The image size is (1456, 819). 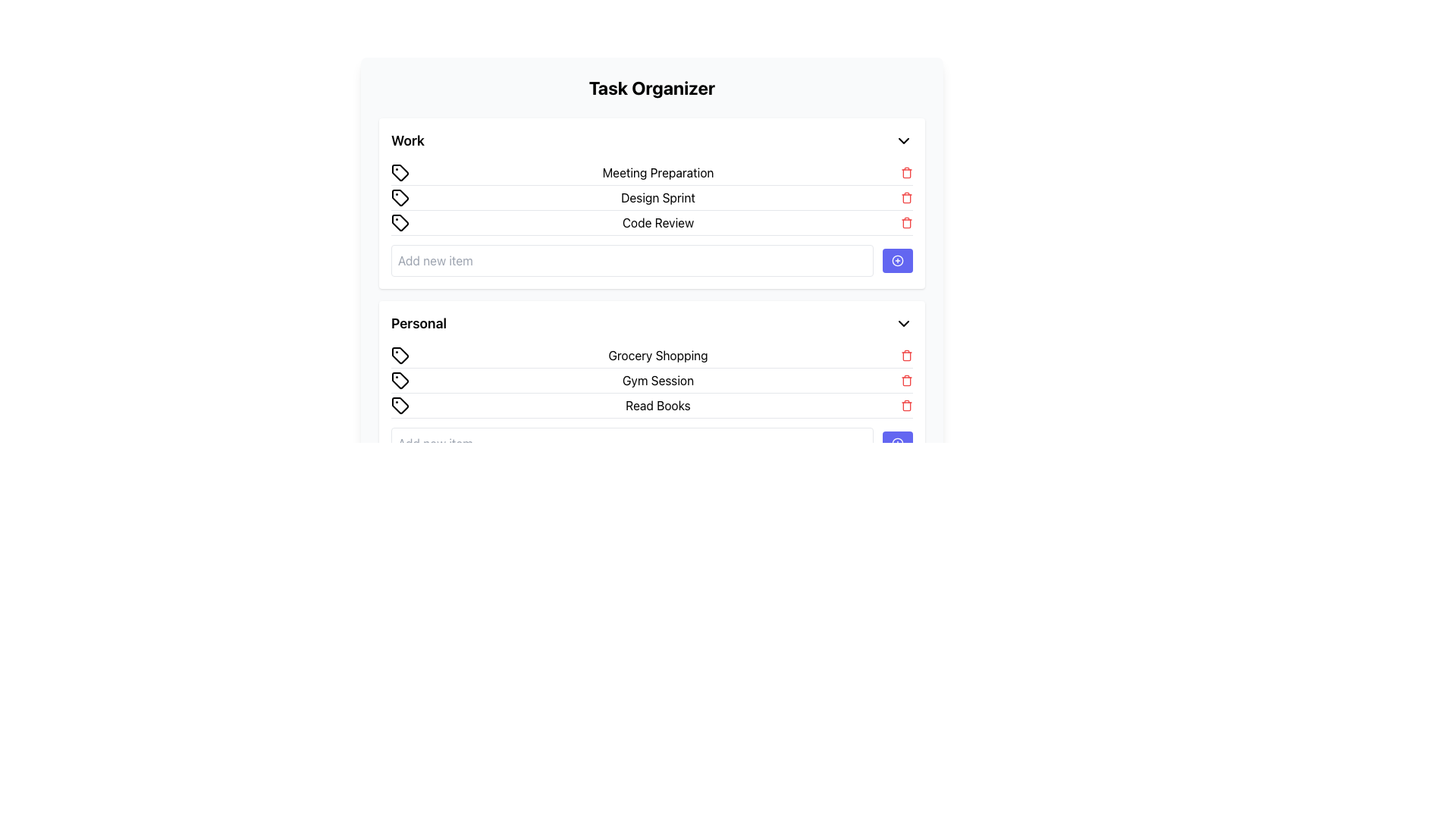 I want to click on the text of the third task item in the 'Personal' category to highlight it, so click(x=651, y=400).